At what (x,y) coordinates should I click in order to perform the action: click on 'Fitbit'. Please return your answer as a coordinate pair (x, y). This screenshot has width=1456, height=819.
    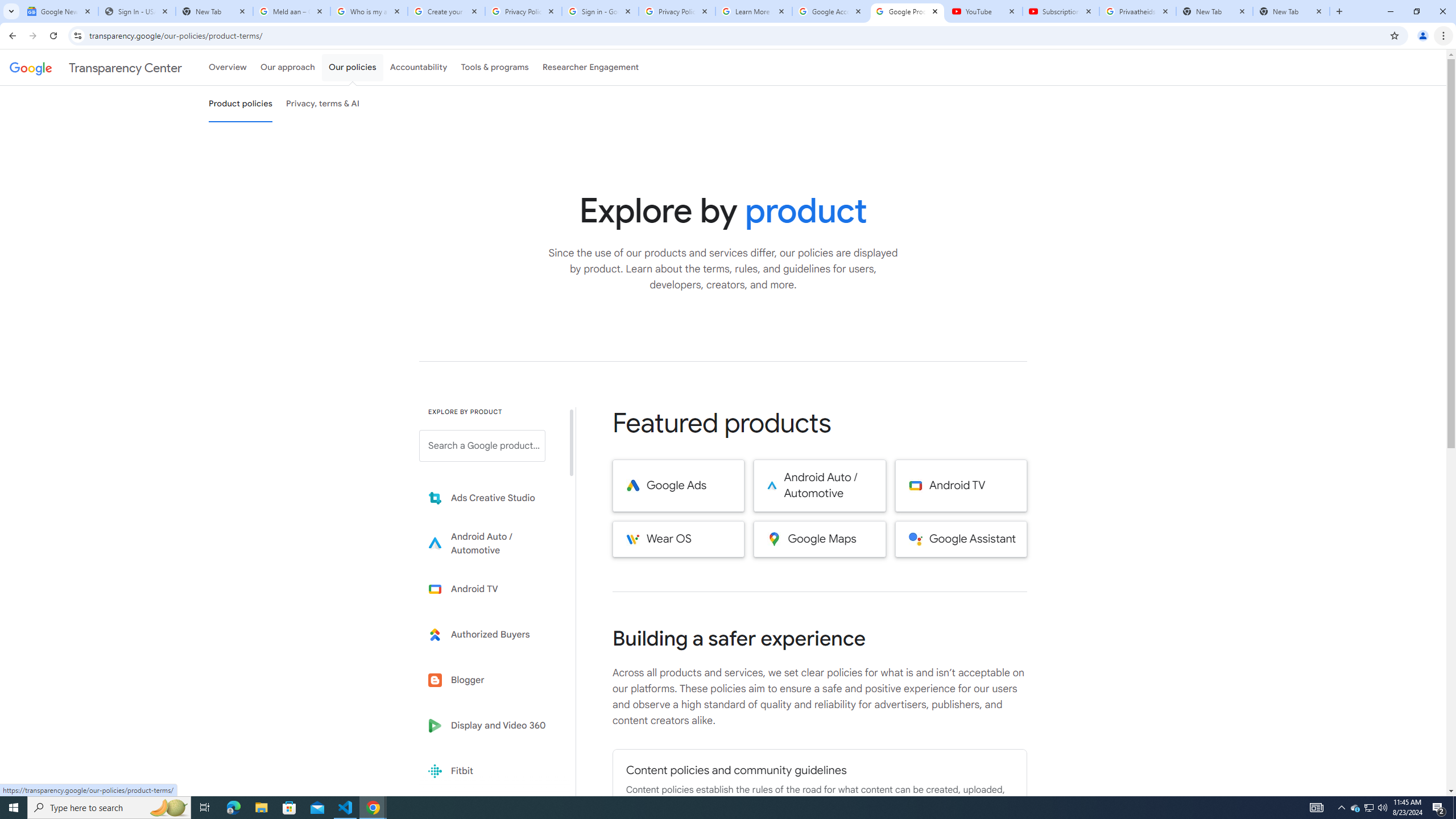
    Looking at the image, I should click on (490, 771).